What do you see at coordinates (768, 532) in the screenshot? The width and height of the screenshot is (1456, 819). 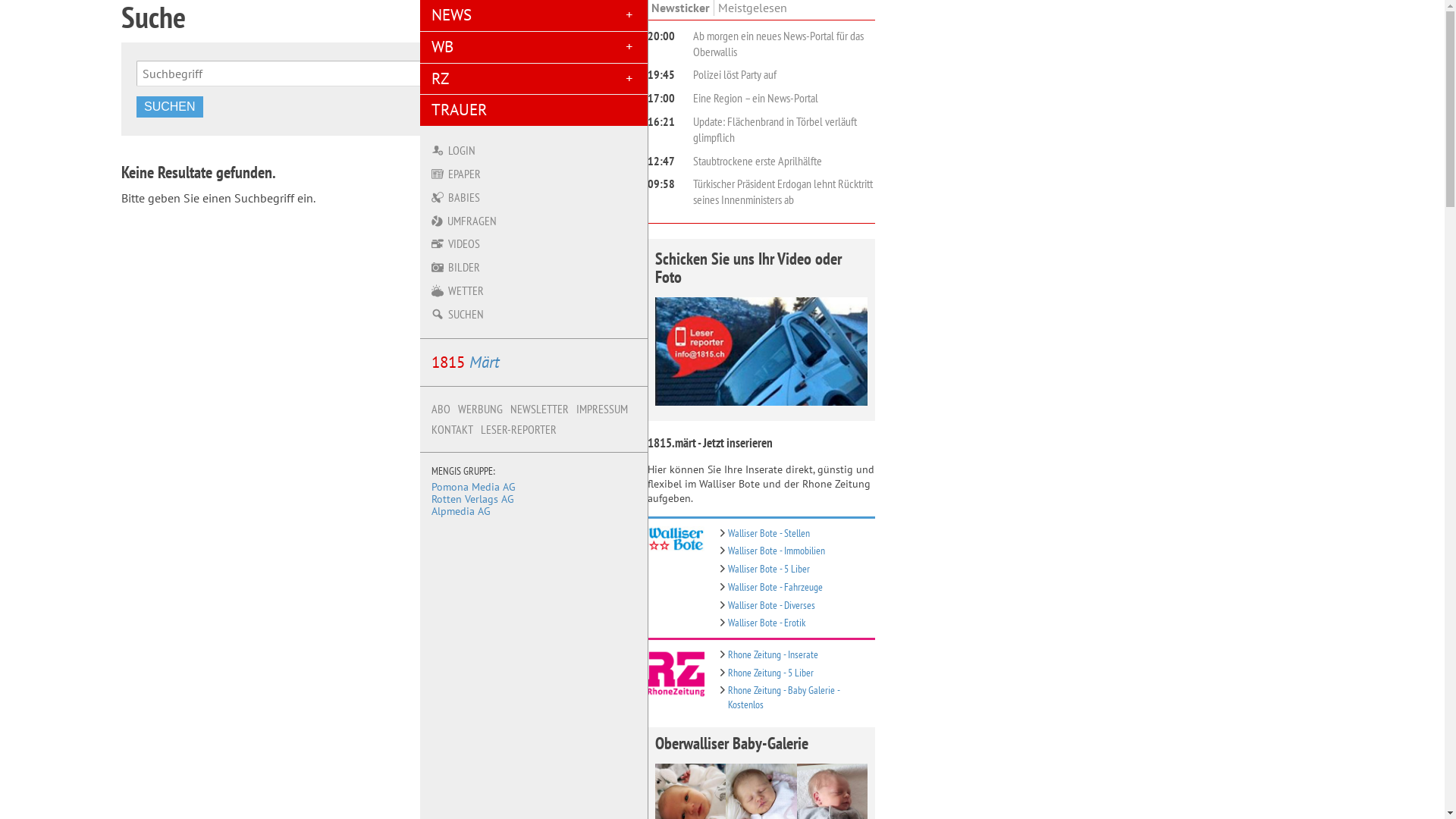 I see `'Walliser Bote - Stellen'` at bounding box center [768, 532].